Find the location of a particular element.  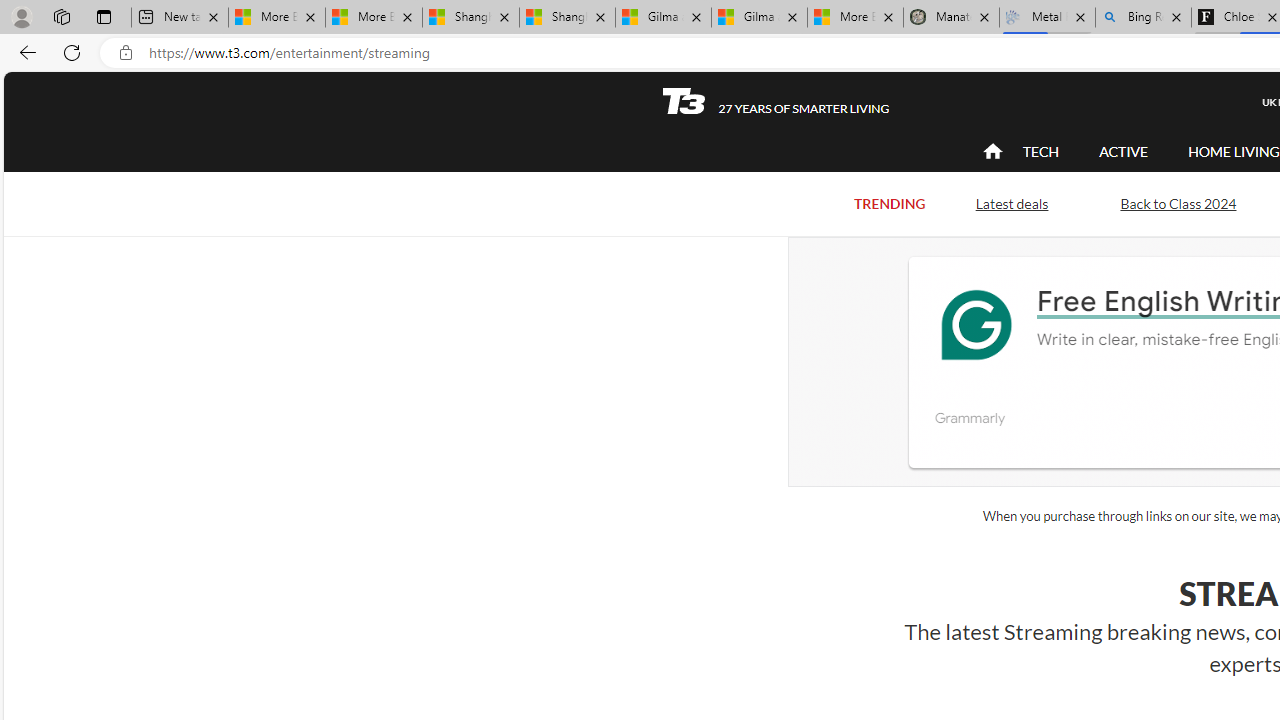

'Gilma and Hector both pose tropical trouble for Hawaii' is located at coordinates (758, 17).